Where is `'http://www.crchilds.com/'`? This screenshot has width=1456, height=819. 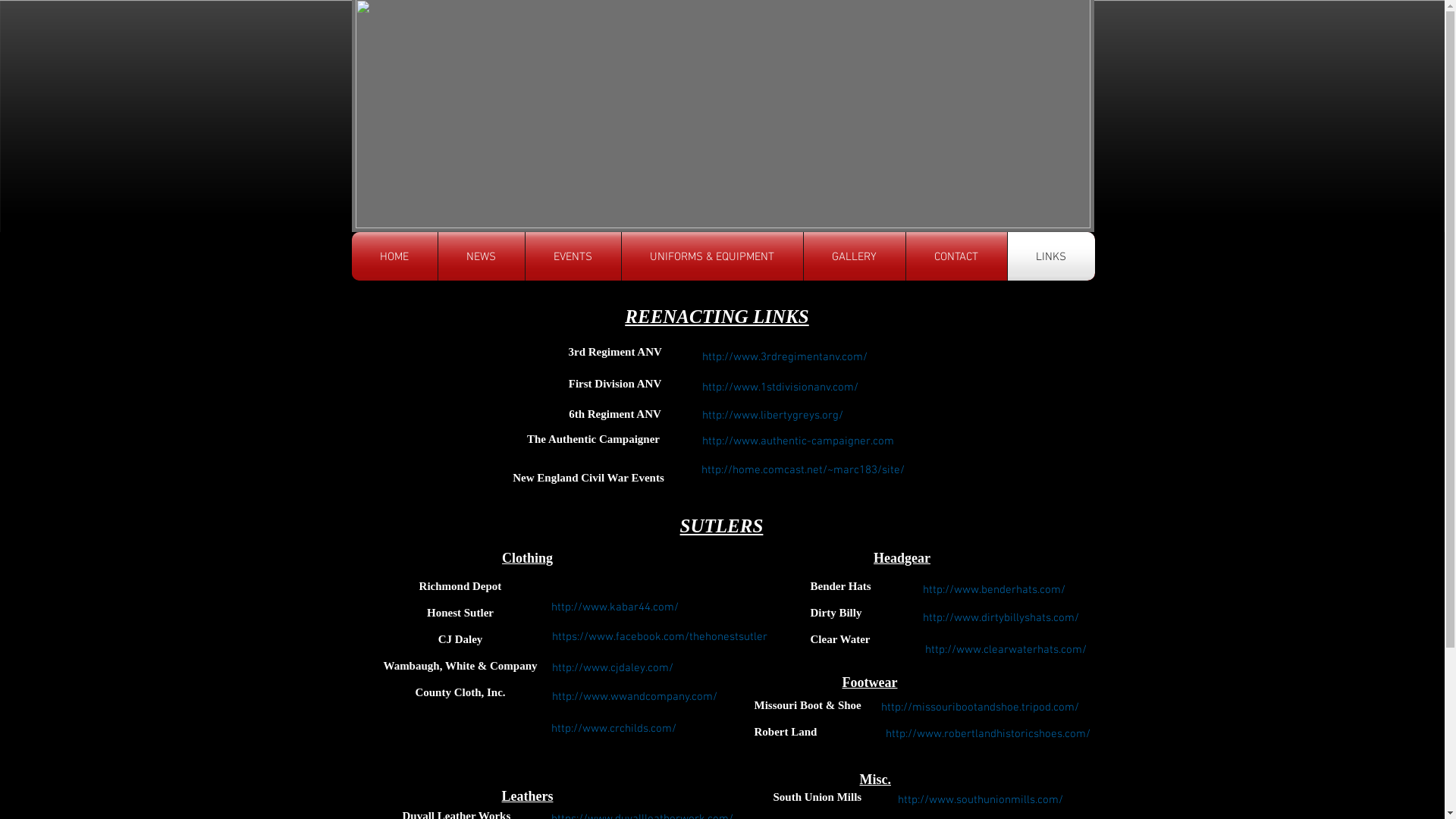
'http://www.crchilds.com/' is located at coordinates (614, 726).